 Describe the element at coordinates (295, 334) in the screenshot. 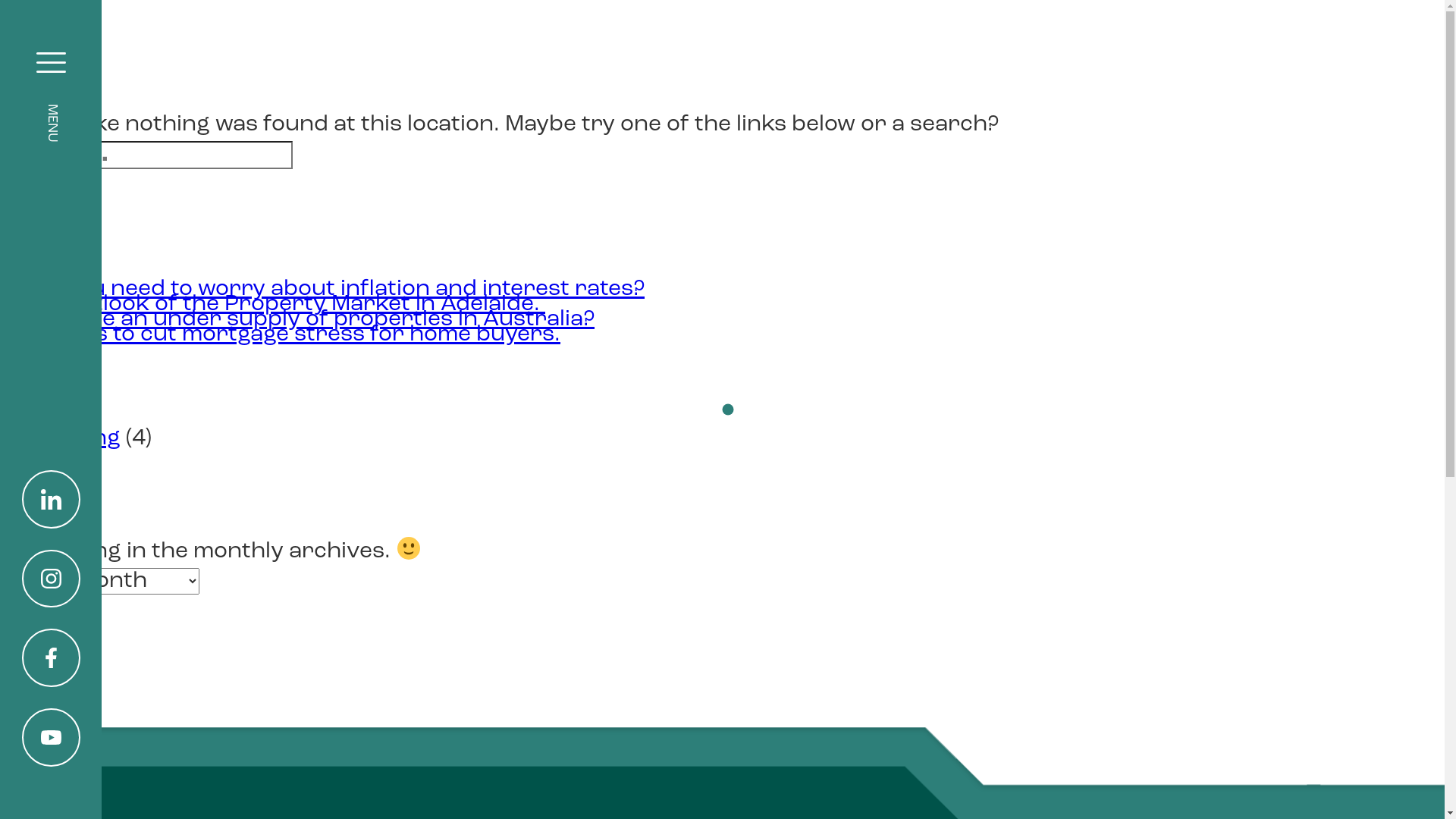

I see `'5 Ways to cut mortgage stress for home buyers.'` at that location.